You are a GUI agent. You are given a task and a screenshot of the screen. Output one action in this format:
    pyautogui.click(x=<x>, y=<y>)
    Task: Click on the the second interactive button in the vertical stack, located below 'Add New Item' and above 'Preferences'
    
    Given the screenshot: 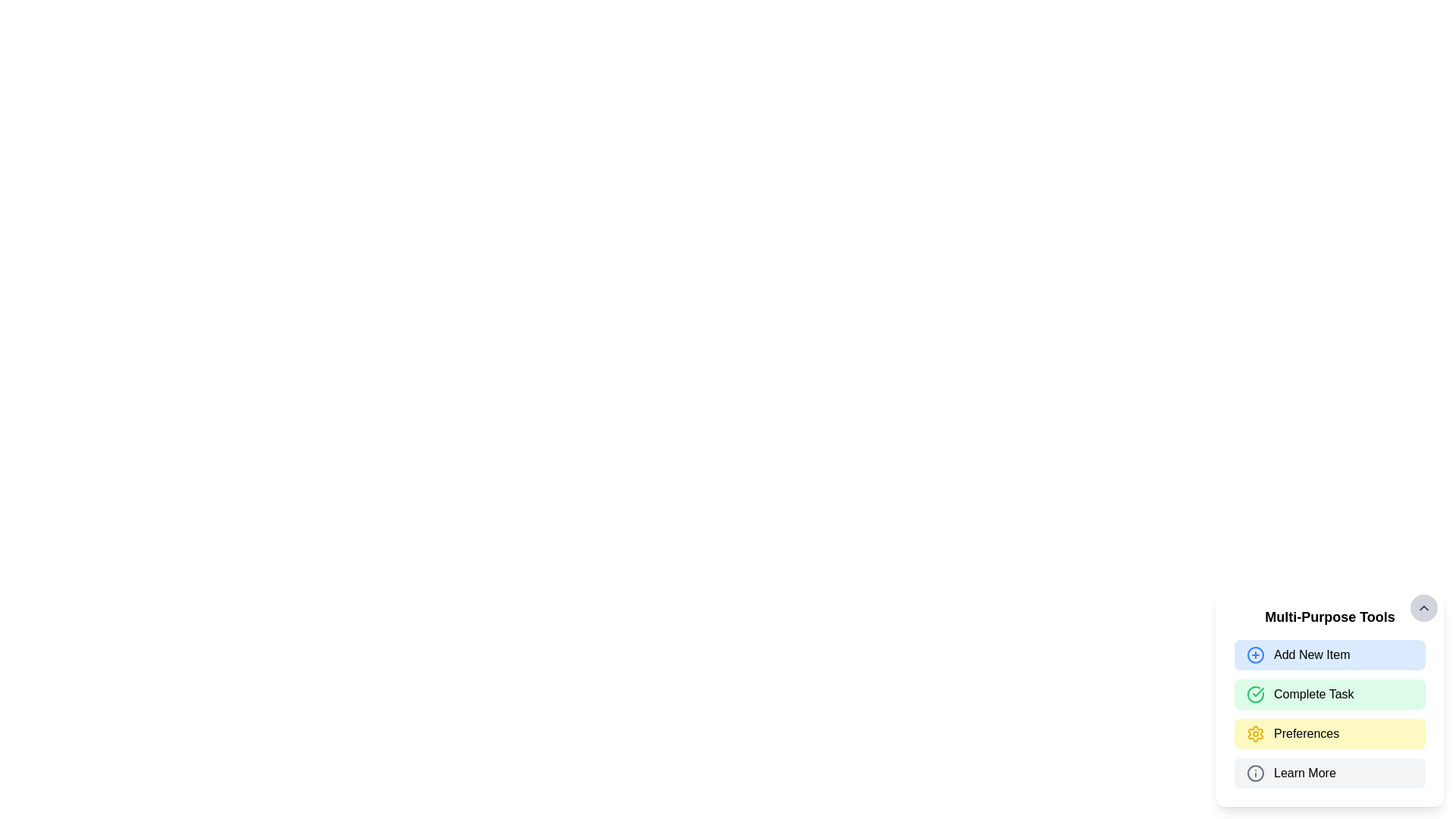 What is the action you would take?
    pyautogui.click(x=1329, y=694)
    